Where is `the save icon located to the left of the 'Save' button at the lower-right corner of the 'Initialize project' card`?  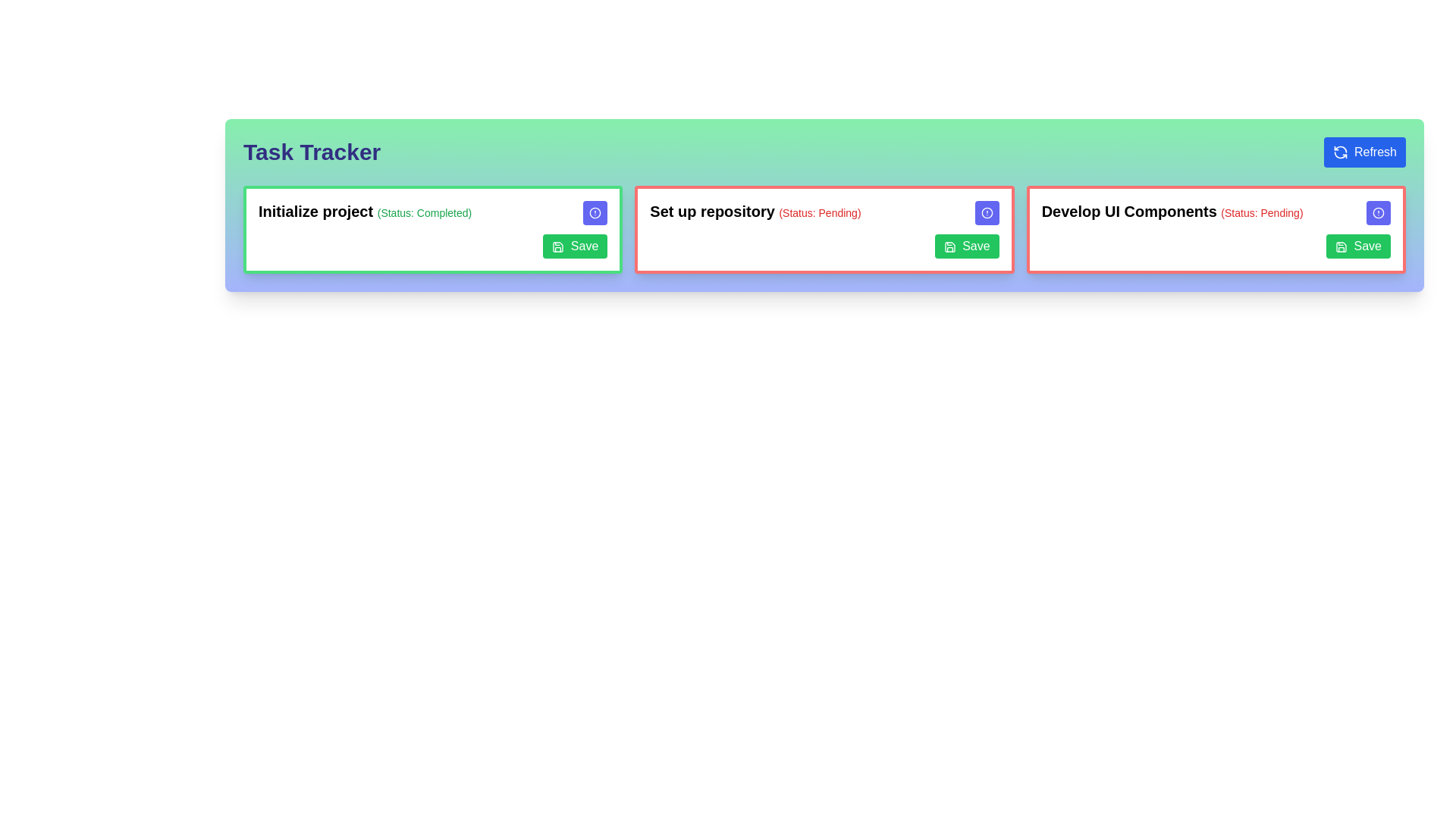 the save icon located to the left of the 'Save' button at the lower-right corner of the 'Initialize project' card is located at coordinates (557, 246).